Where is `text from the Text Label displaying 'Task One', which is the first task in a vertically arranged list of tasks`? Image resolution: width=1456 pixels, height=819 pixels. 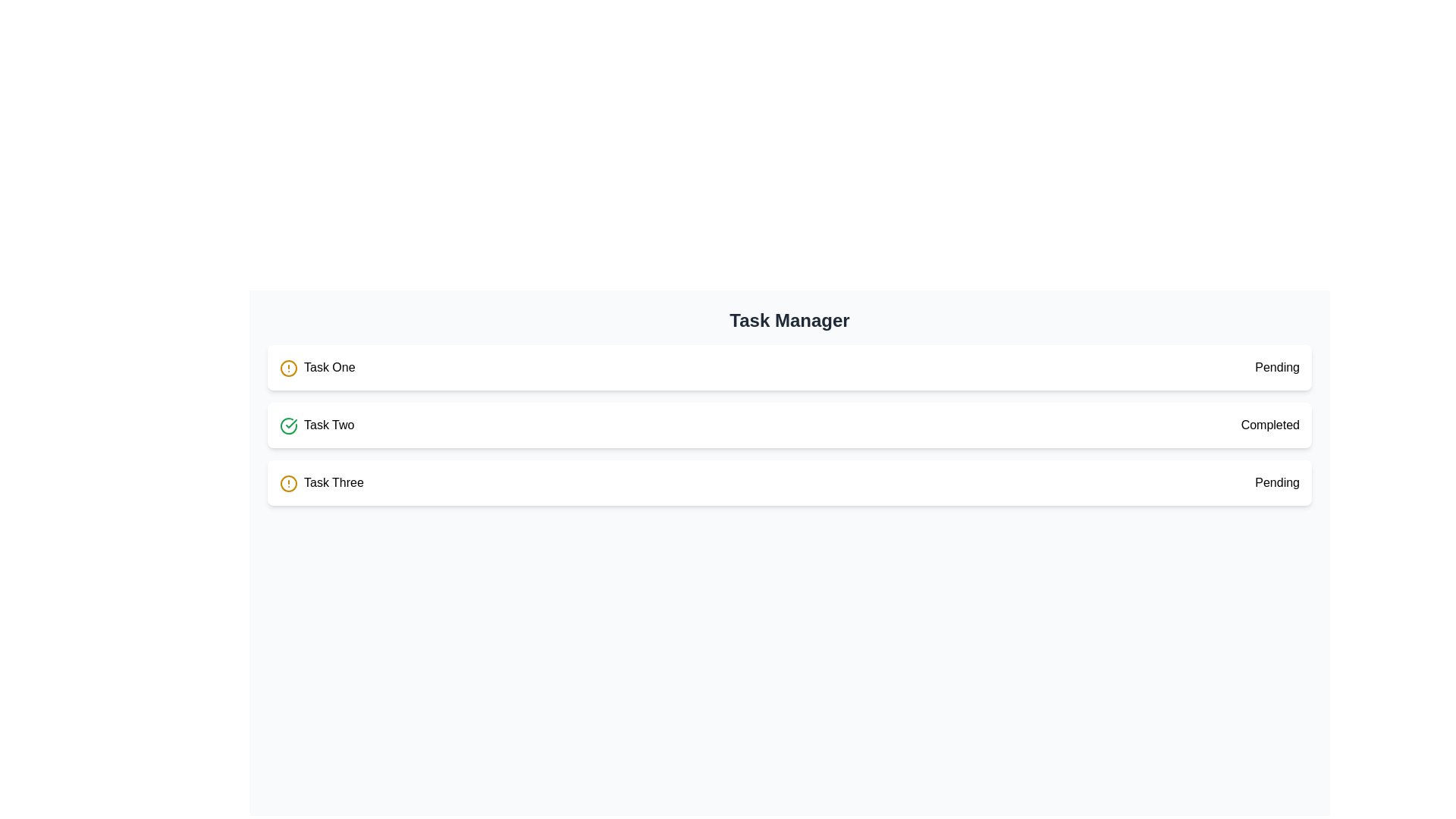 text from the Text Label displaying 'Task One', which is the first task in a vertically arranged list of tasks is located at coordinates (328, 368).